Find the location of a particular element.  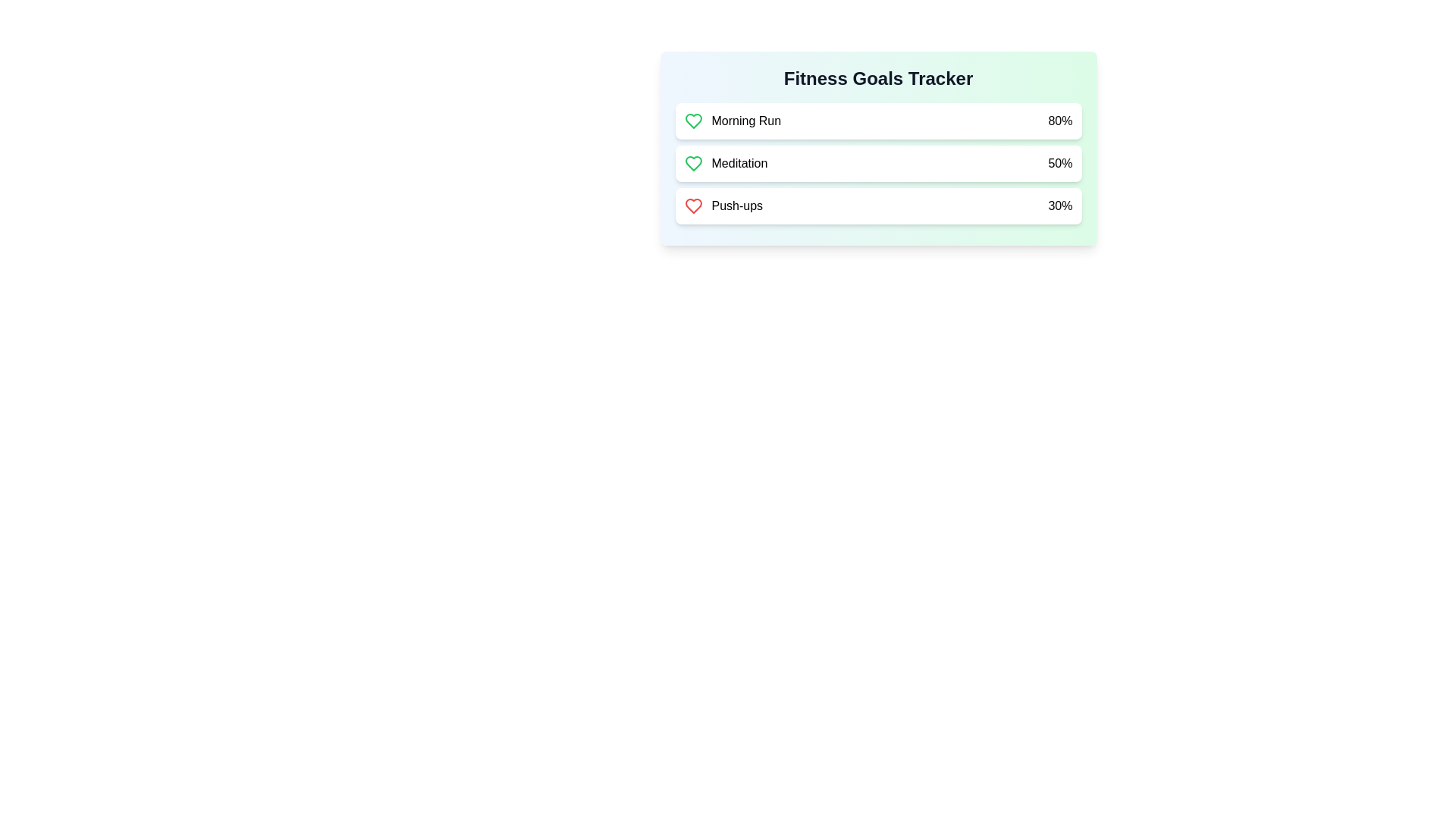

the heart-shaped status indicator icon for 'Push-ups' located in the third row under the 'Meditation' row is located at coordinates (692, 206).